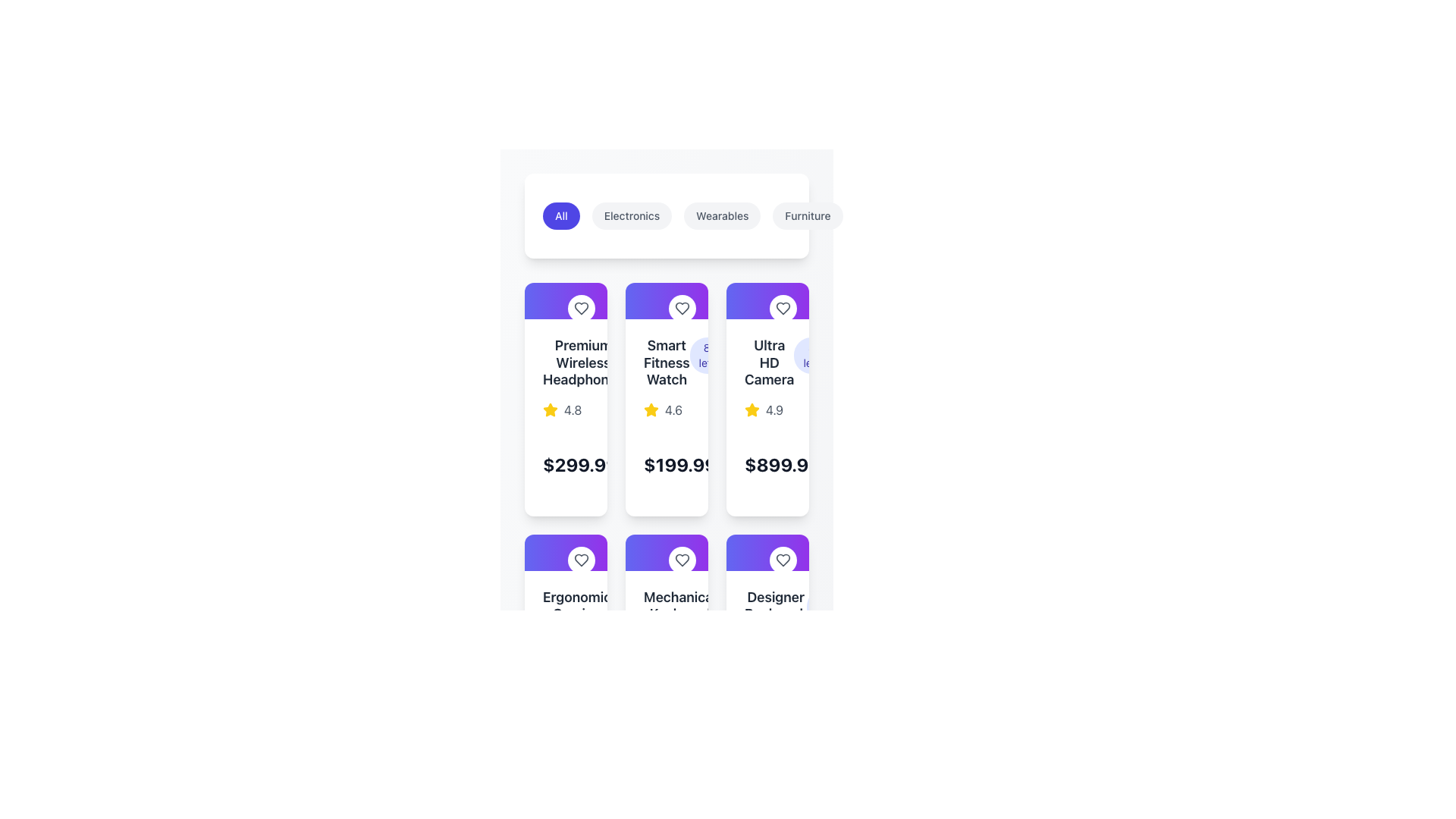 Image resolution: width=1456 pixels, height=819 pixels. What do you see at coordinates (783, 463) in the screenshot?
I see `the bold, large-sized static text displaying the price value '$899.9', which is prominently styled and located in the third column of a grid layout, above the 'Add to Cart' button` at bounding box center [783, 463].